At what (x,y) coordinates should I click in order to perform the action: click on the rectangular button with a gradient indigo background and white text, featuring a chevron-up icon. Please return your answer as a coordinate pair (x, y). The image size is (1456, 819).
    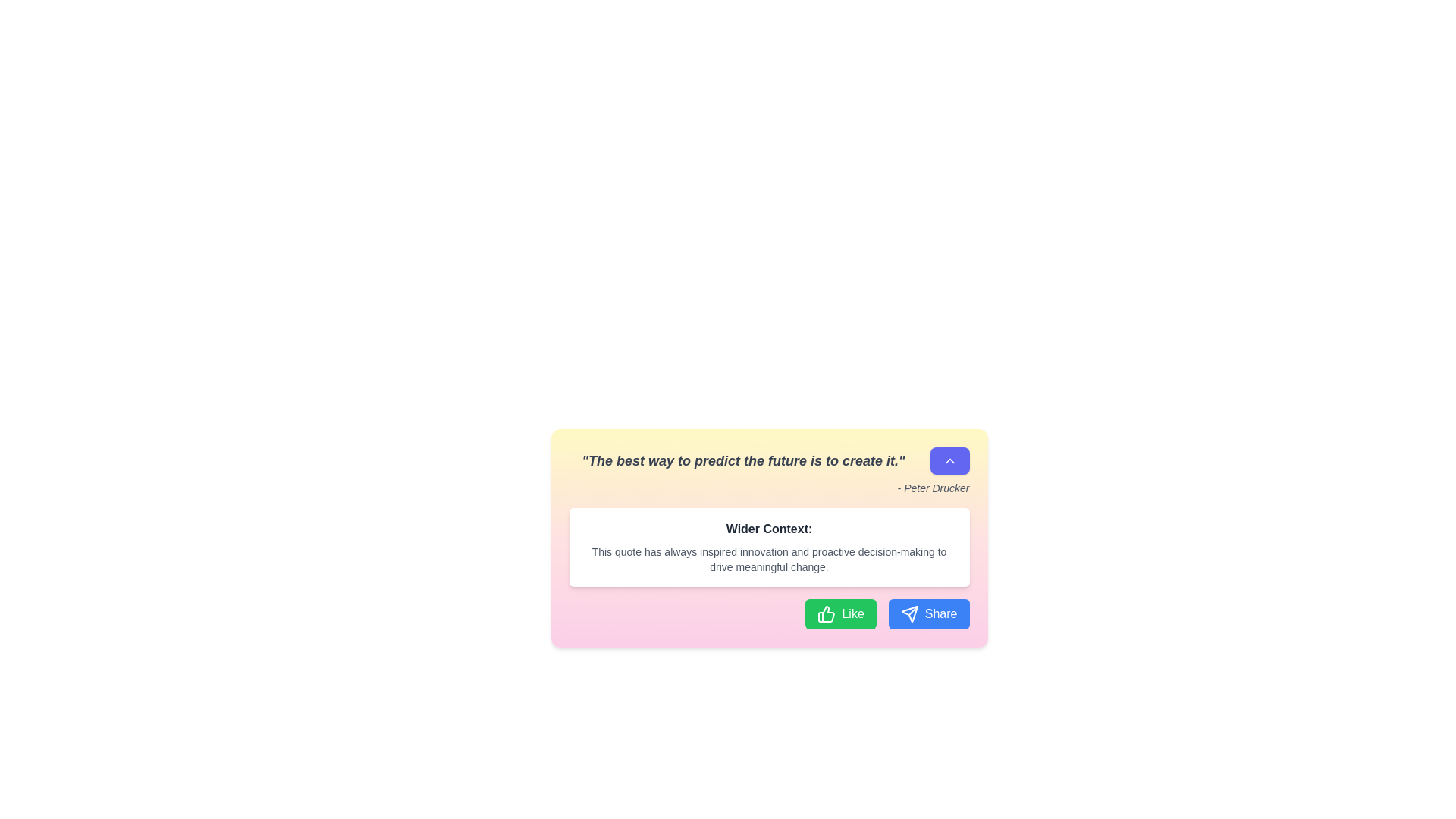
    Looking at the image, I should click on (949, 460).